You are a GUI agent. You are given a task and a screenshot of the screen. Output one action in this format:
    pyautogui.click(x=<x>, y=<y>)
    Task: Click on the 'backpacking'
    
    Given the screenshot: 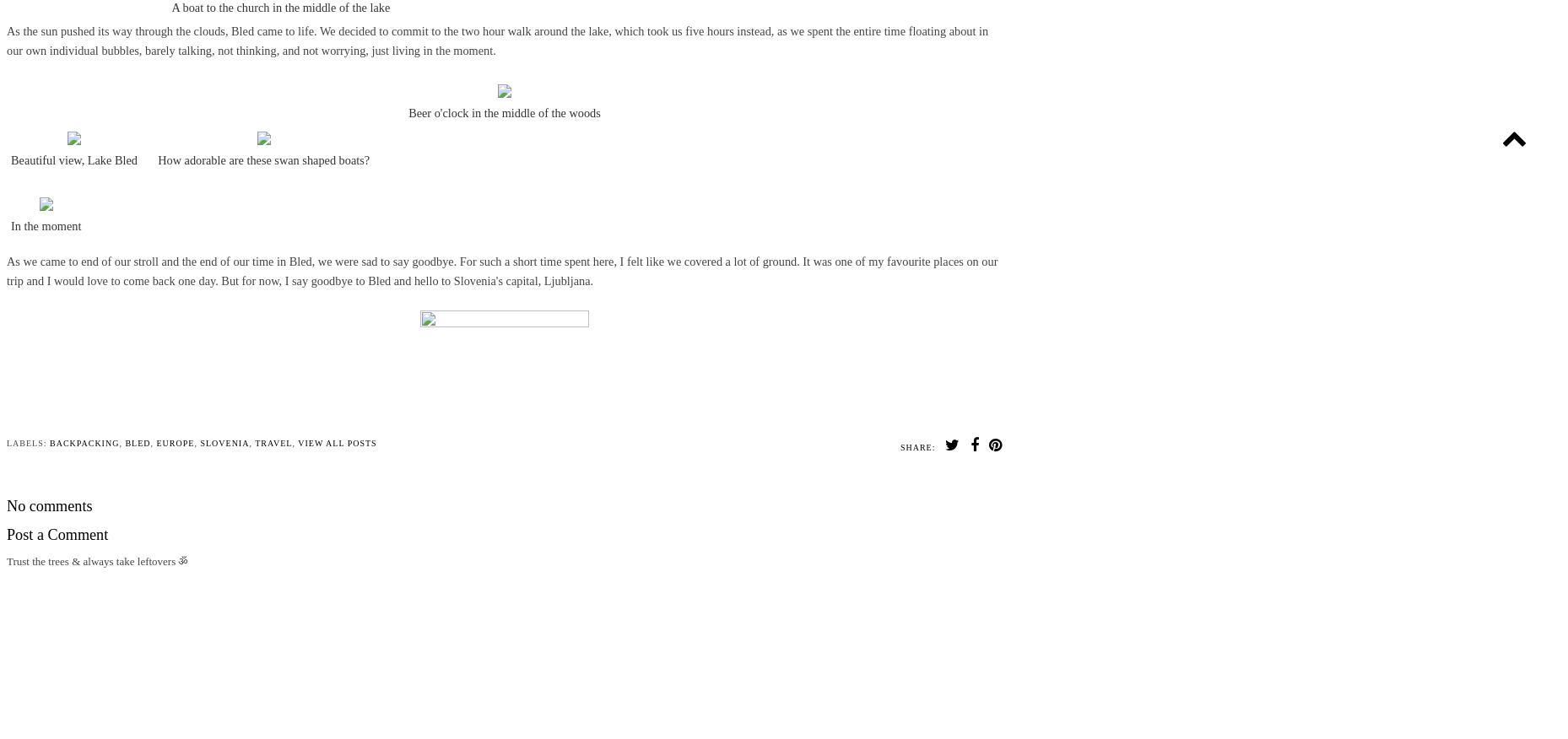 What is the action you would take?
    pyautogui.click(x=84, y=442)
    